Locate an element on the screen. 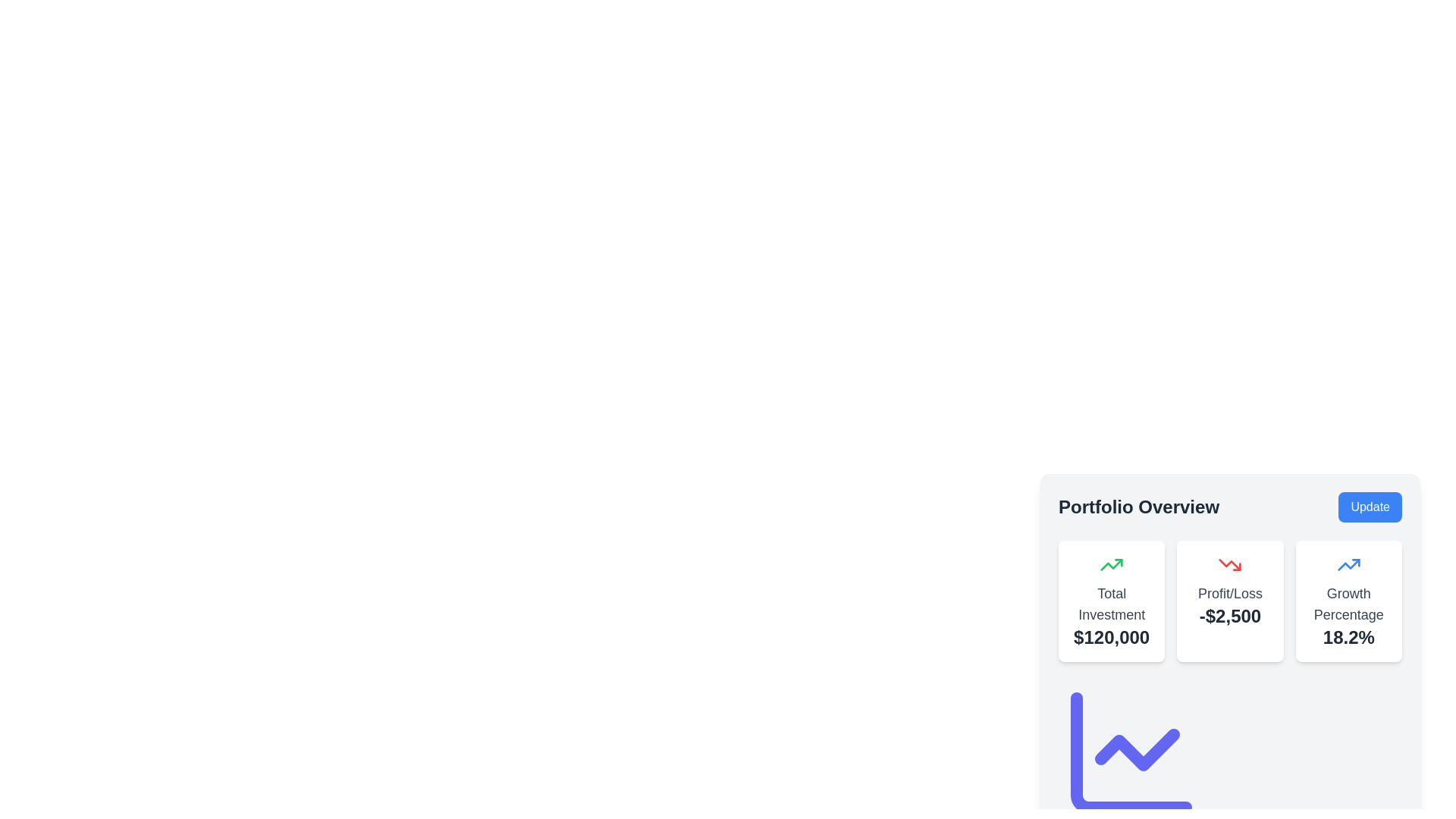 The width and height of the screenshot is (1456, 819). the 'Update' button located in the top-right corner of the 'Portfolio Overview' section is located at coordinates (1370, 507).